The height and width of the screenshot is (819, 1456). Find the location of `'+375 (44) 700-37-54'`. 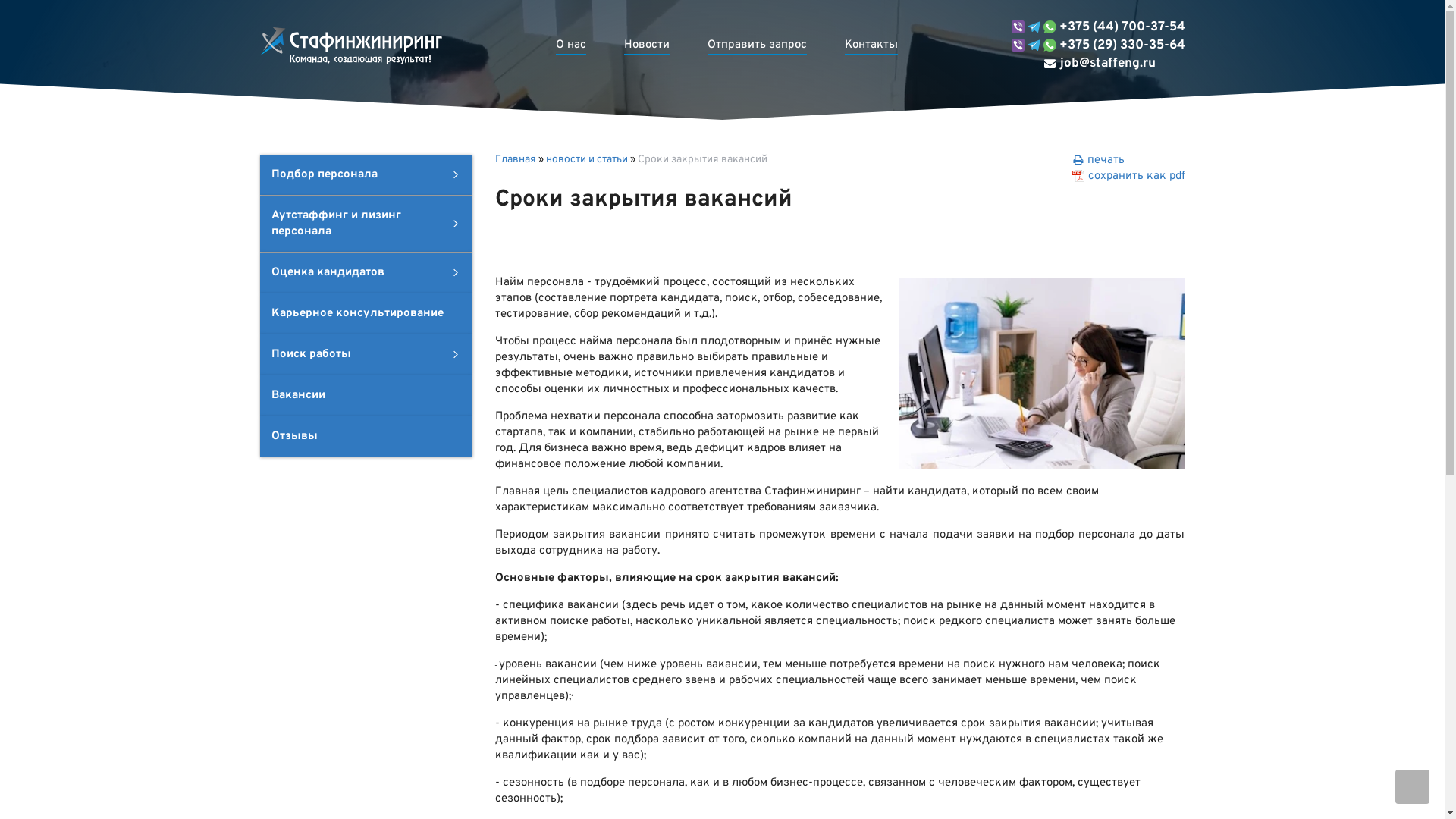

'+375 (44) 700-37-54' is located at coordinates (1098, 27).